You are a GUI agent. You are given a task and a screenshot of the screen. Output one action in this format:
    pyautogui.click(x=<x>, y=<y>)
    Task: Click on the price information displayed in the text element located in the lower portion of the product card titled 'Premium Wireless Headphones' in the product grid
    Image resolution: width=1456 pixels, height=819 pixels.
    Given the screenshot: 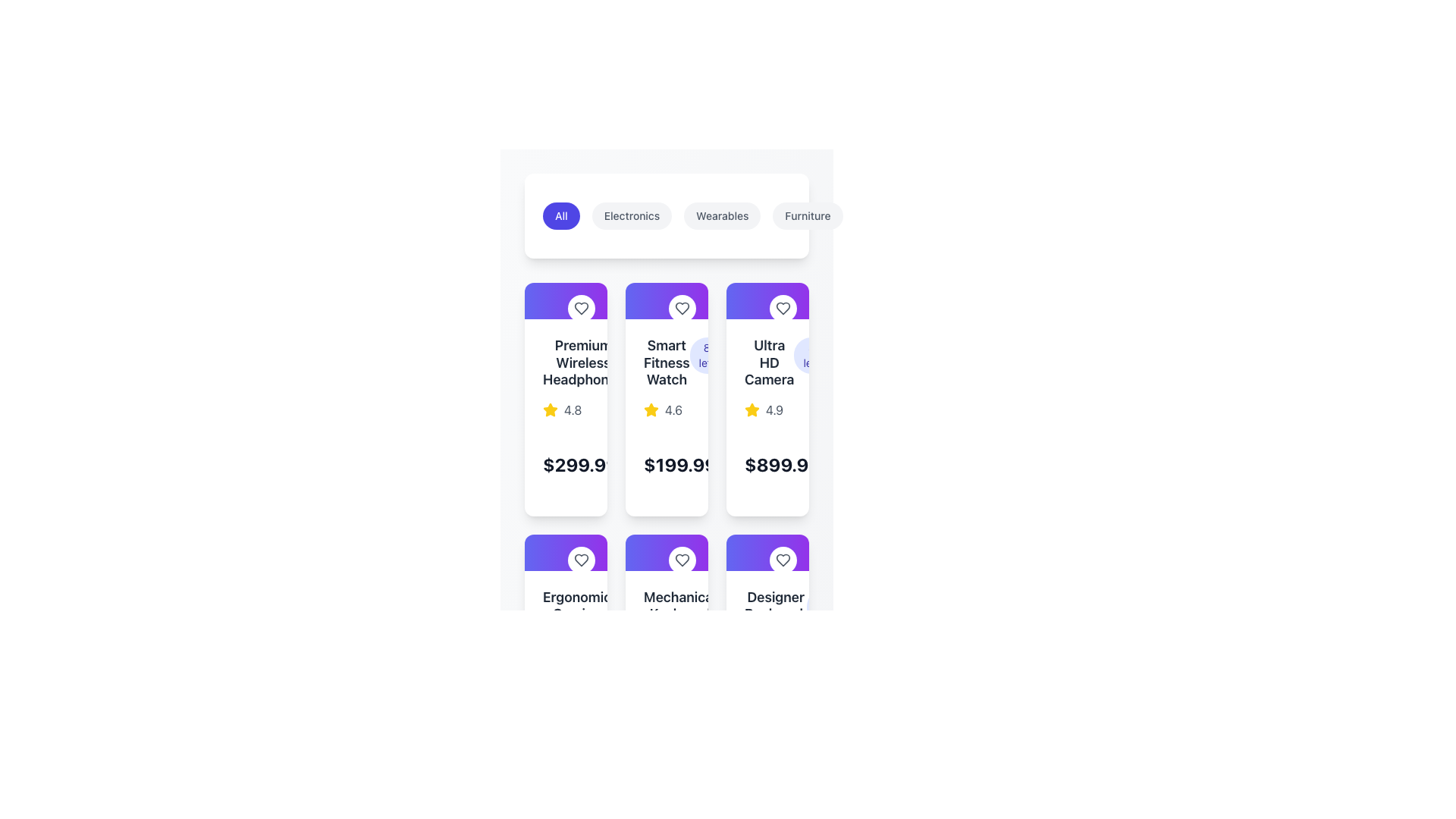 What is the action you would take?
    pyautogui.click(x=565, y=463)
    